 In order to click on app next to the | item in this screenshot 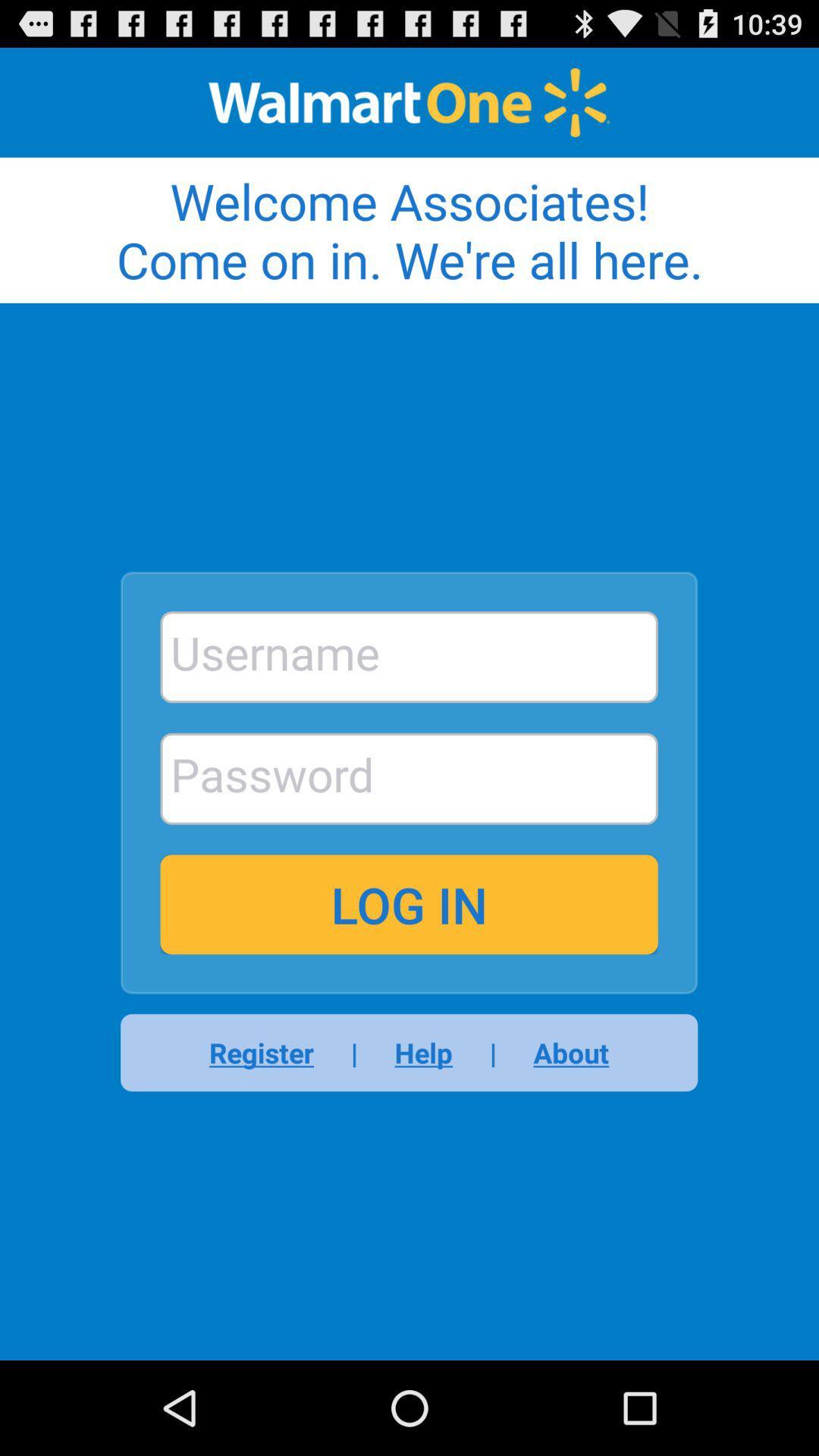, I will do `click(423, 1052)`.